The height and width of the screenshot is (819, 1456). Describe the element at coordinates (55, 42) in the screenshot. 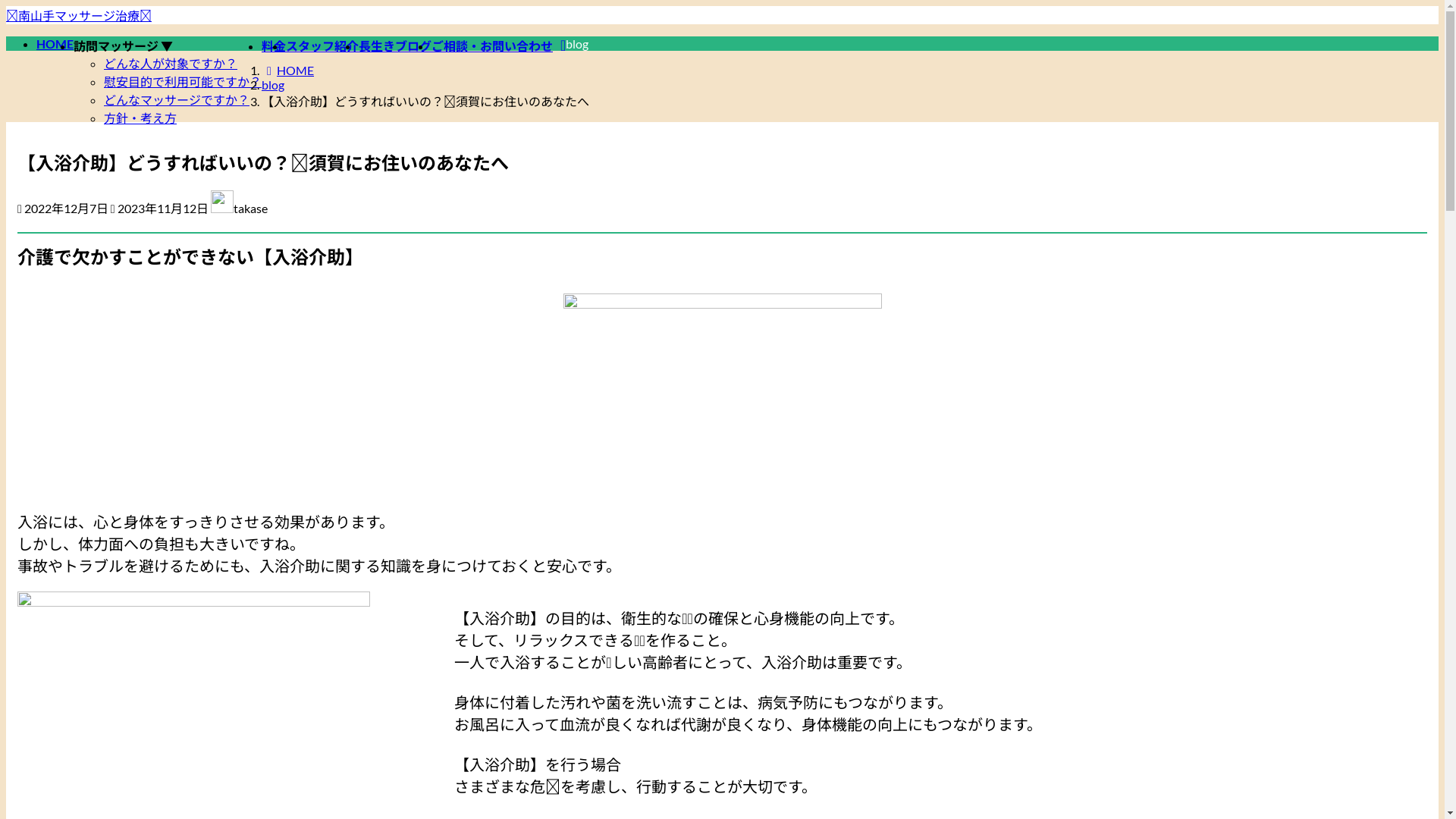

I see `'HOME'` at that location.